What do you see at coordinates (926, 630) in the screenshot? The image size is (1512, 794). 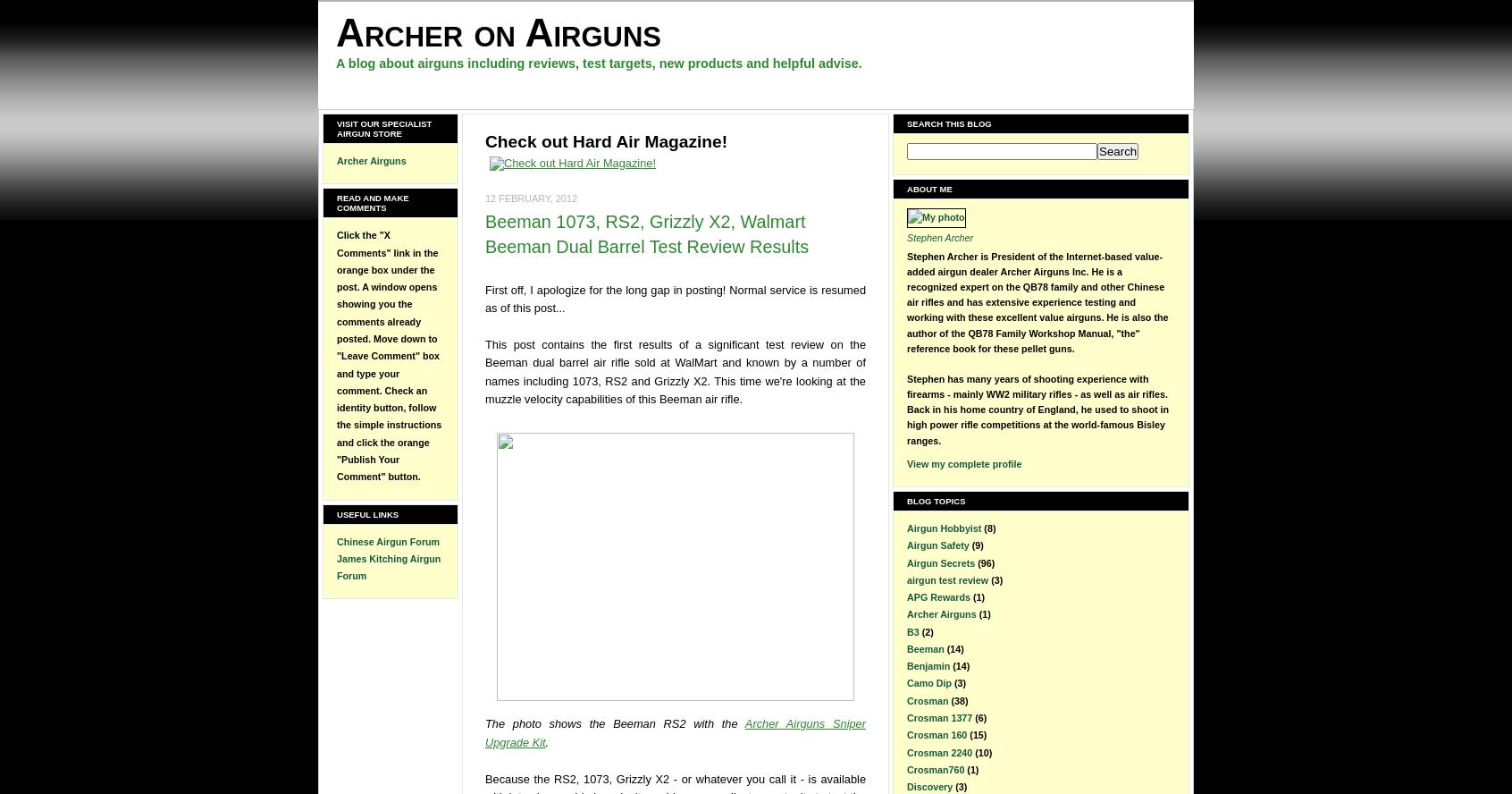 I see `'(2)'` at bounding box center [926, 630].